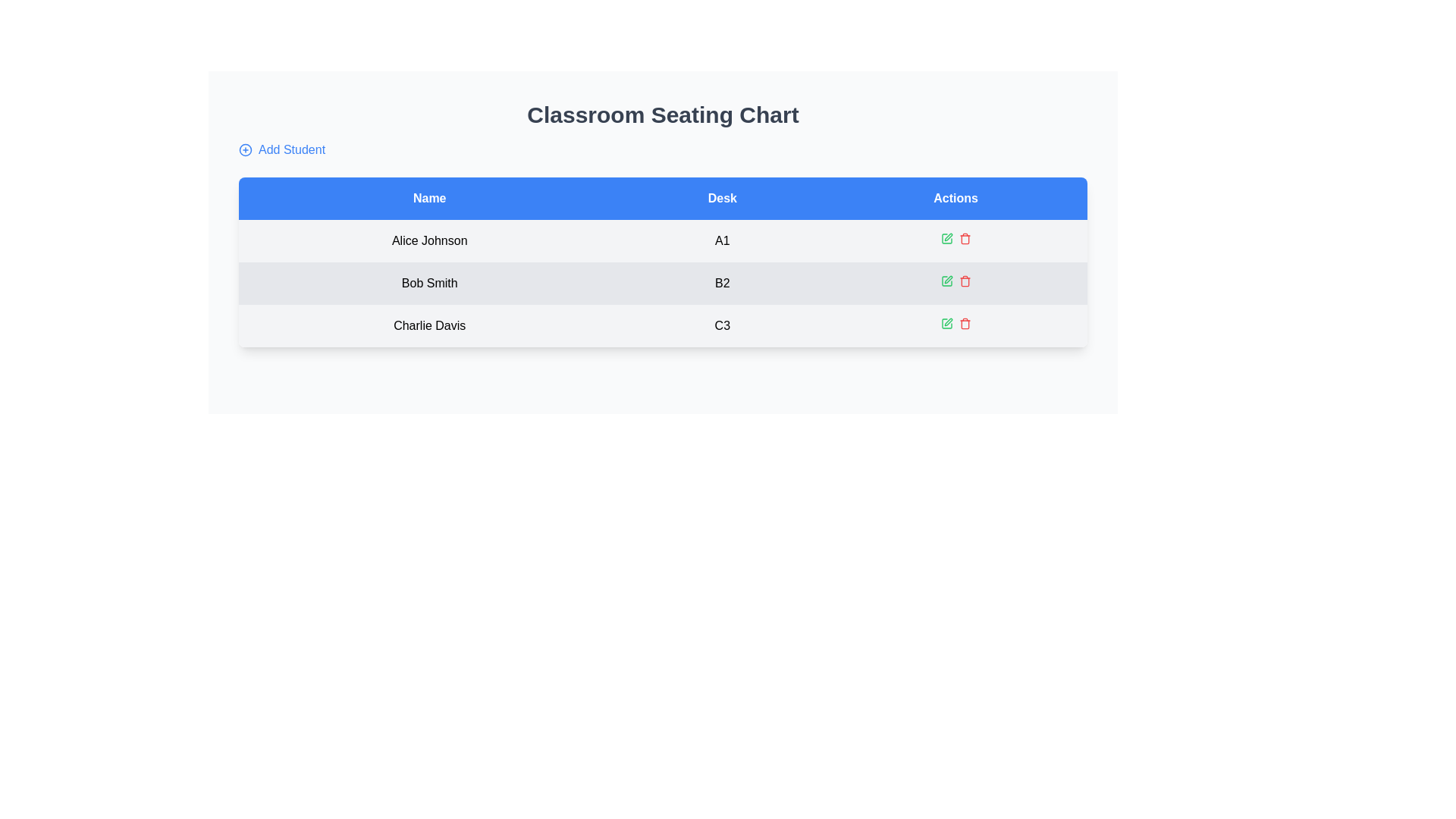 This screenshot has width=1456, height=819. I want to click on the static text label representing the name 'Bob Smith' in the second row of the seating chart table, located to the left of the 'Desk' column entry 'B2', so click(428, 284).